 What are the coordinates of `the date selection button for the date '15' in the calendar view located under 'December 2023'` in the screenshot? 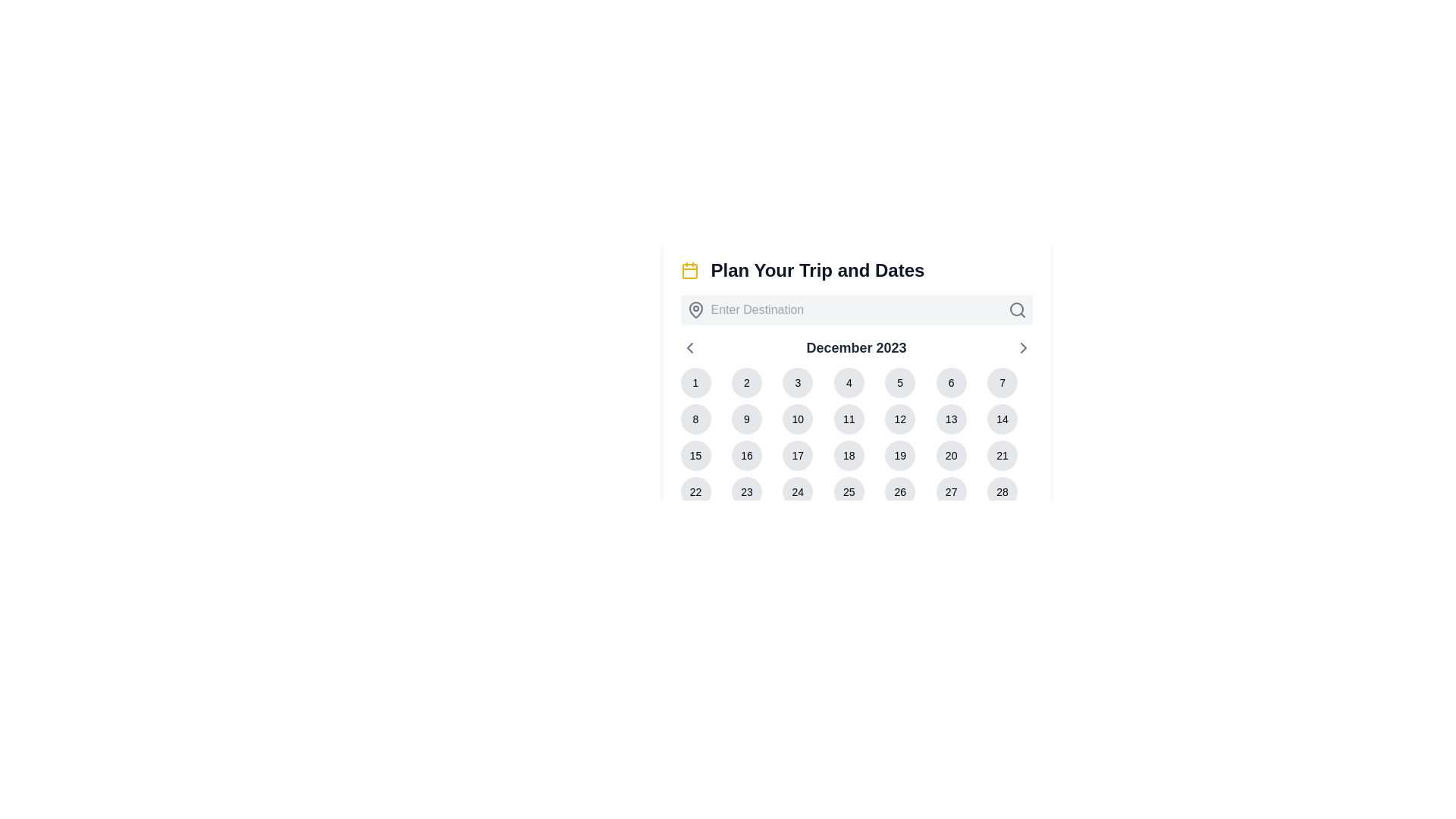 It's located at (695, 455).